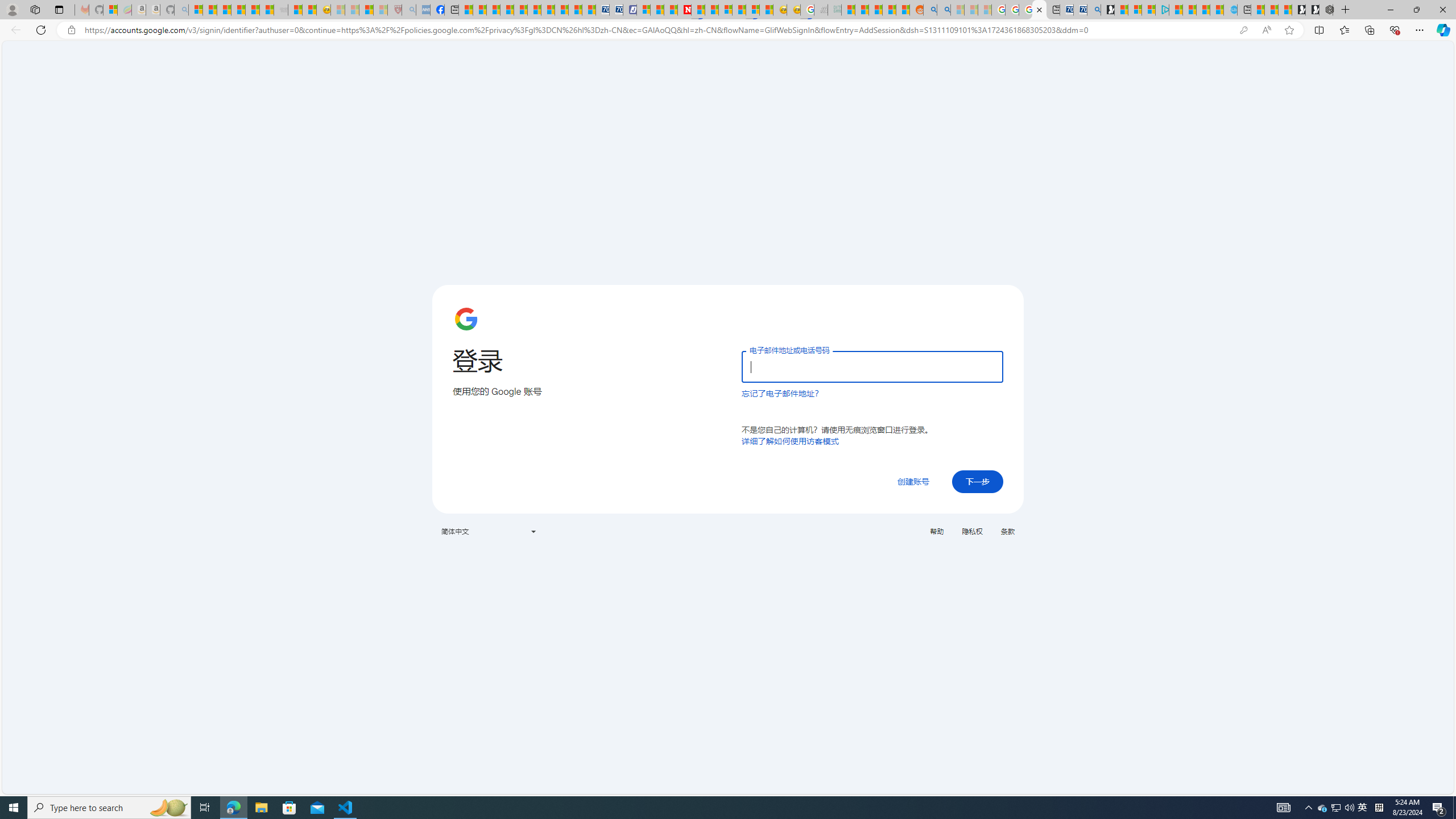  I want to click on 'Class: VfPpkd-t08AT-Bz112c-Bd00G', so click(532, 531).